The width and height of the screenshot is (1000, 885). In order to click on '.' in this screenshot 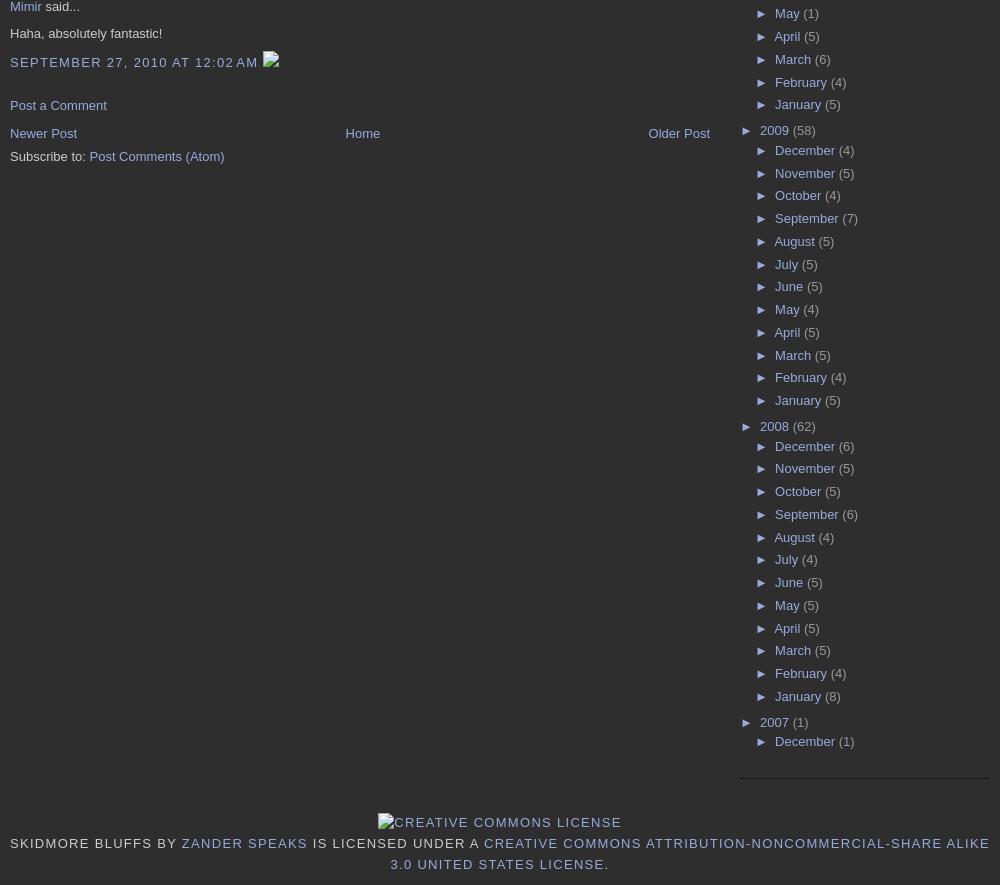, I will do `click(605, 862)`.